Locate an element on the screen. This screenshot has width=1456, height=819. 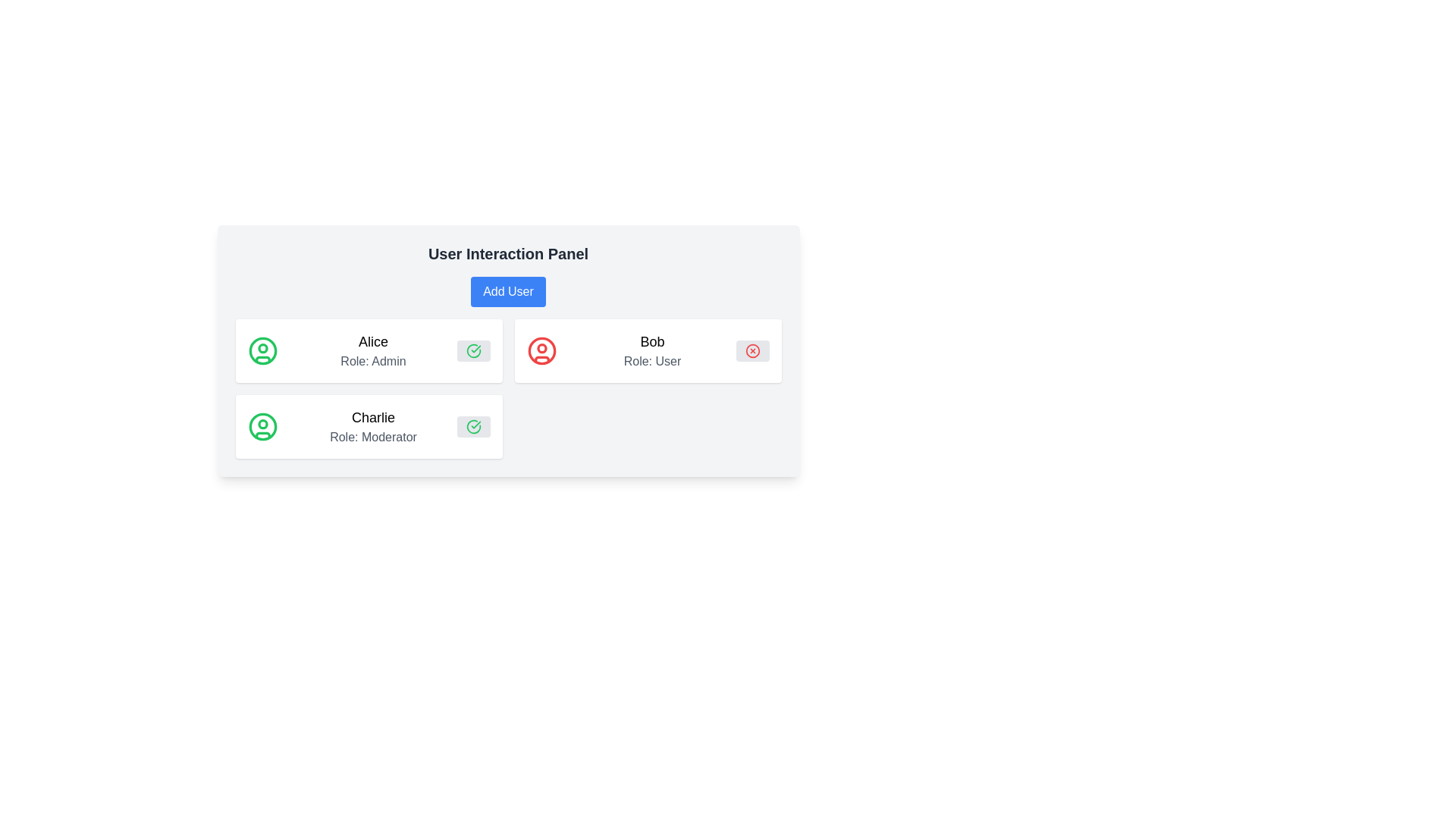
the text label displaying the role assigned to the user Bob, which is located below the name 'Bob' in the information card is located at coordinates (652, 362).